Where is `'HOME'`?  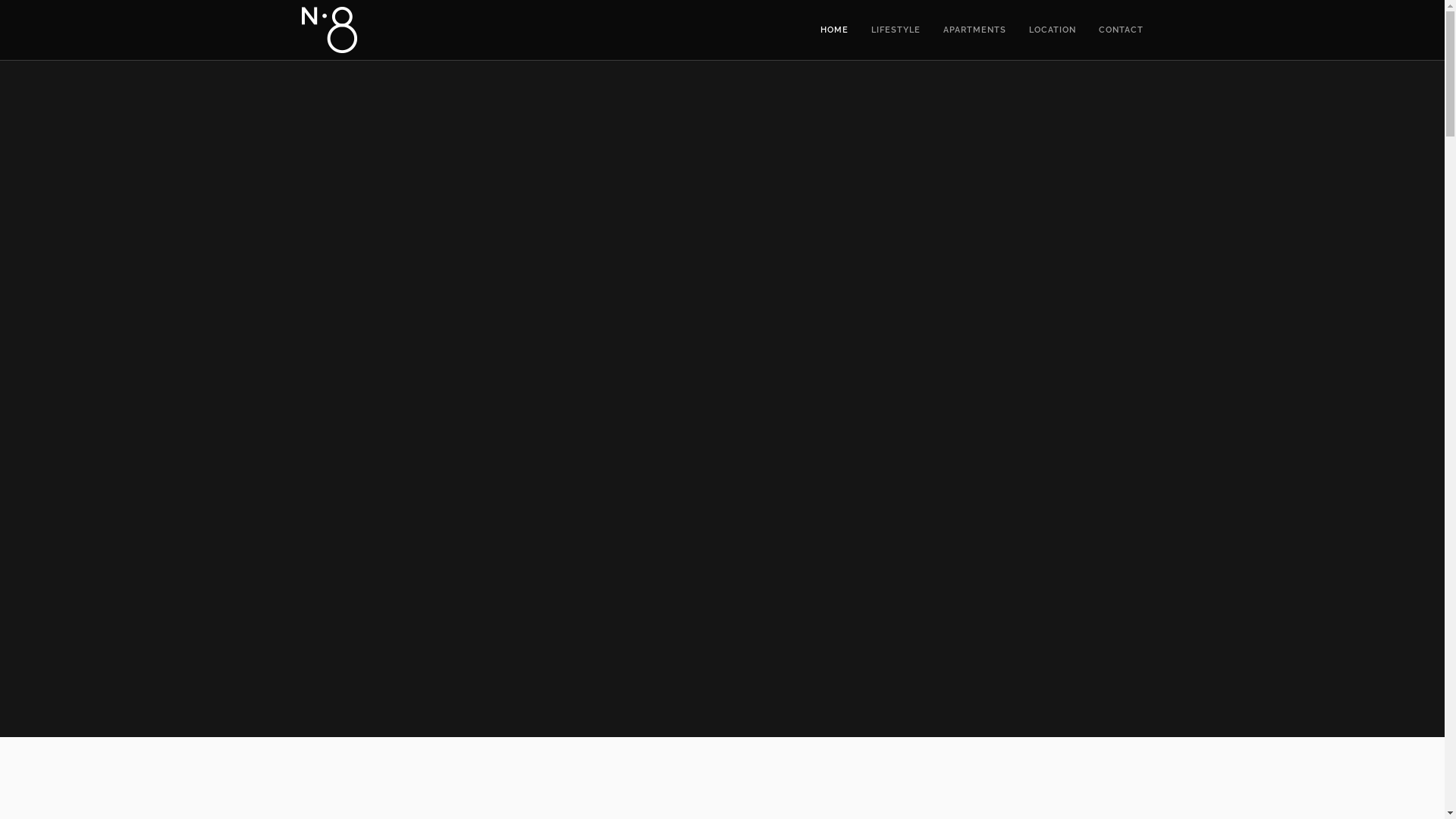 'HOME' is located at coordinates (833, 30).